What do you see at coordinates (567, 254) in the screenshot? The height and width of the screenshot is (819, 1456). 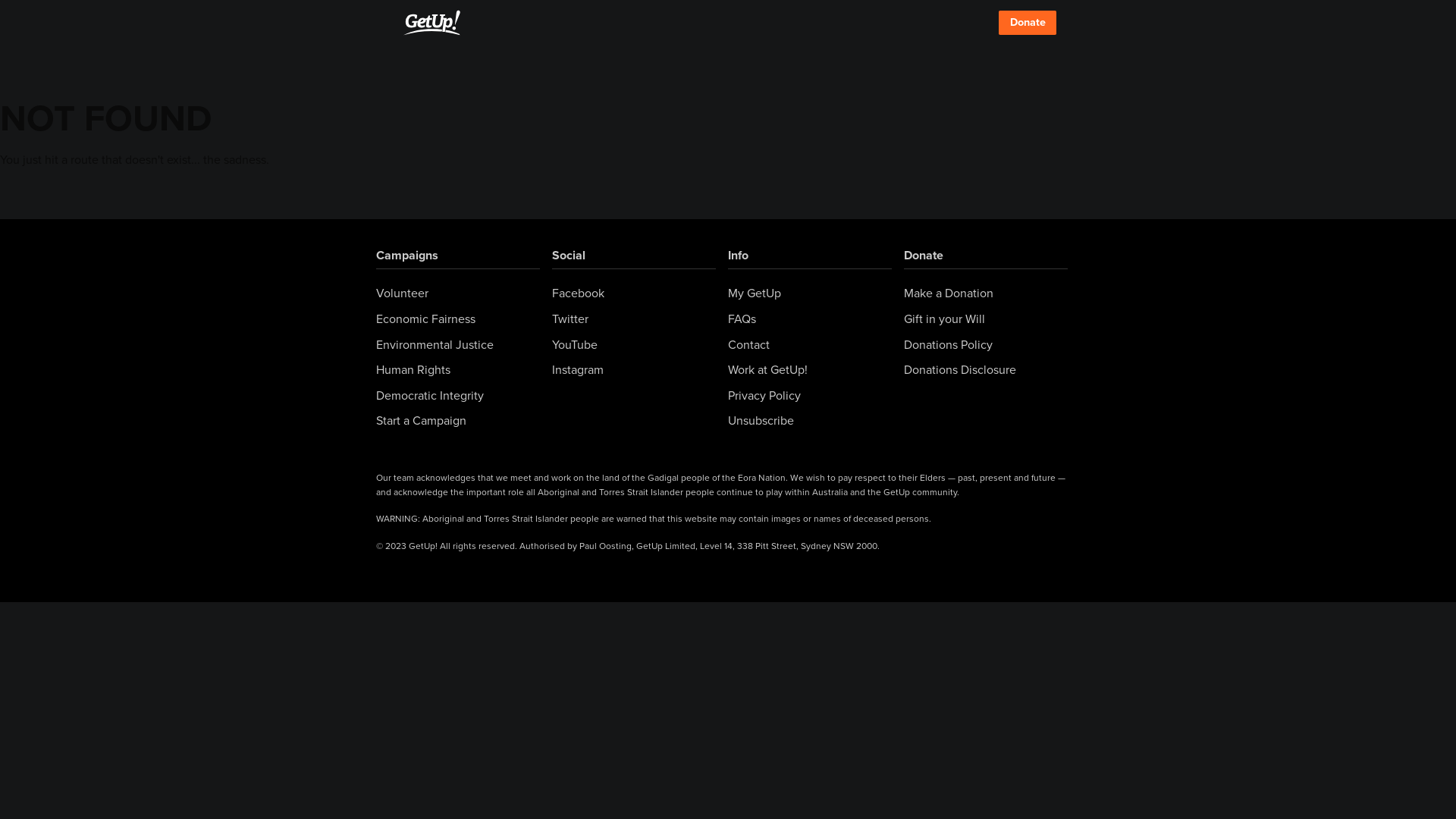 I see `'Social'` at bounding box center [567, 254].